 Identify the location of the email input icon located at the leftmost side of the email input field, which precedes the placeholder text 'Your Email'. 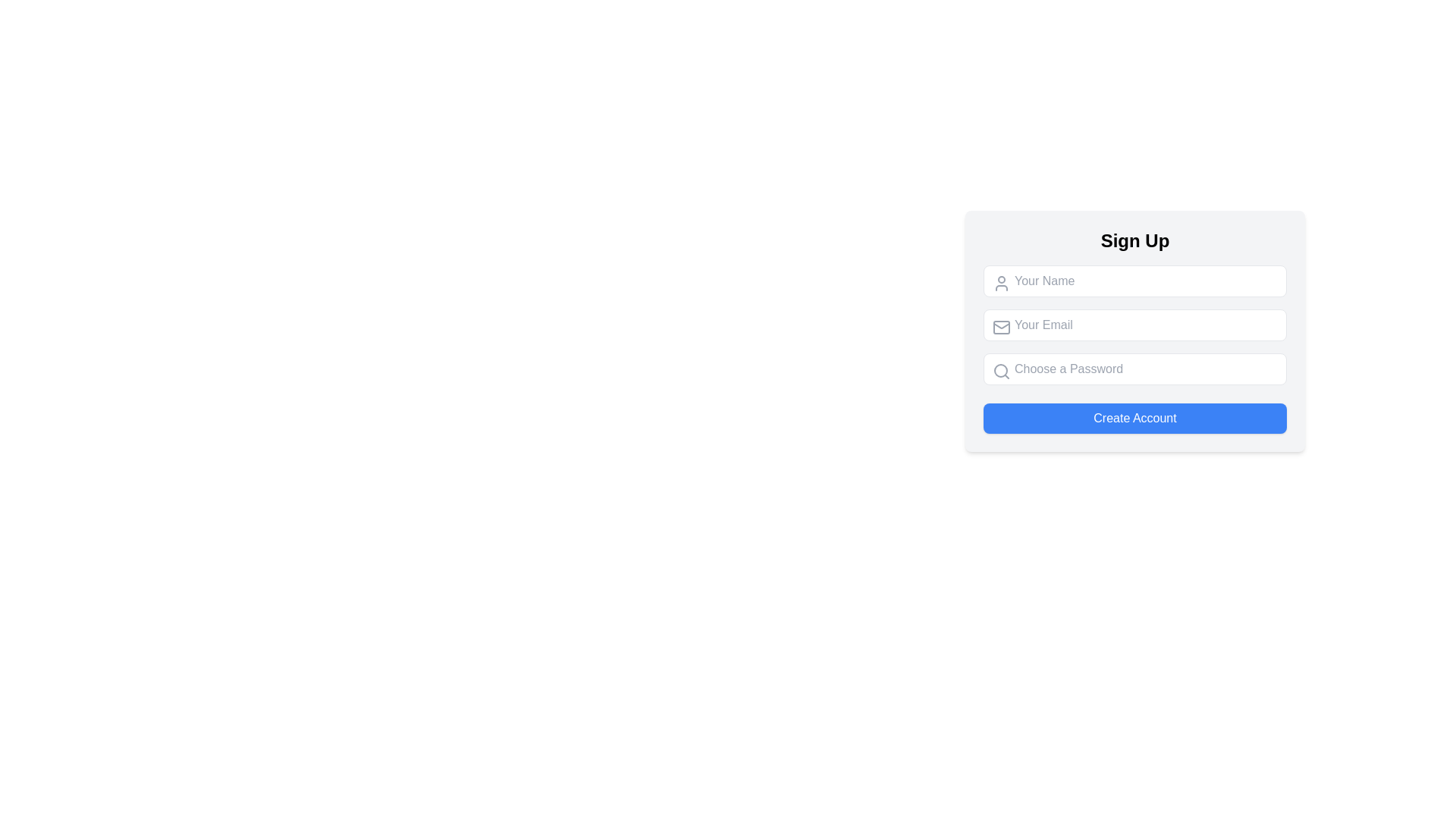
(1001, 327).